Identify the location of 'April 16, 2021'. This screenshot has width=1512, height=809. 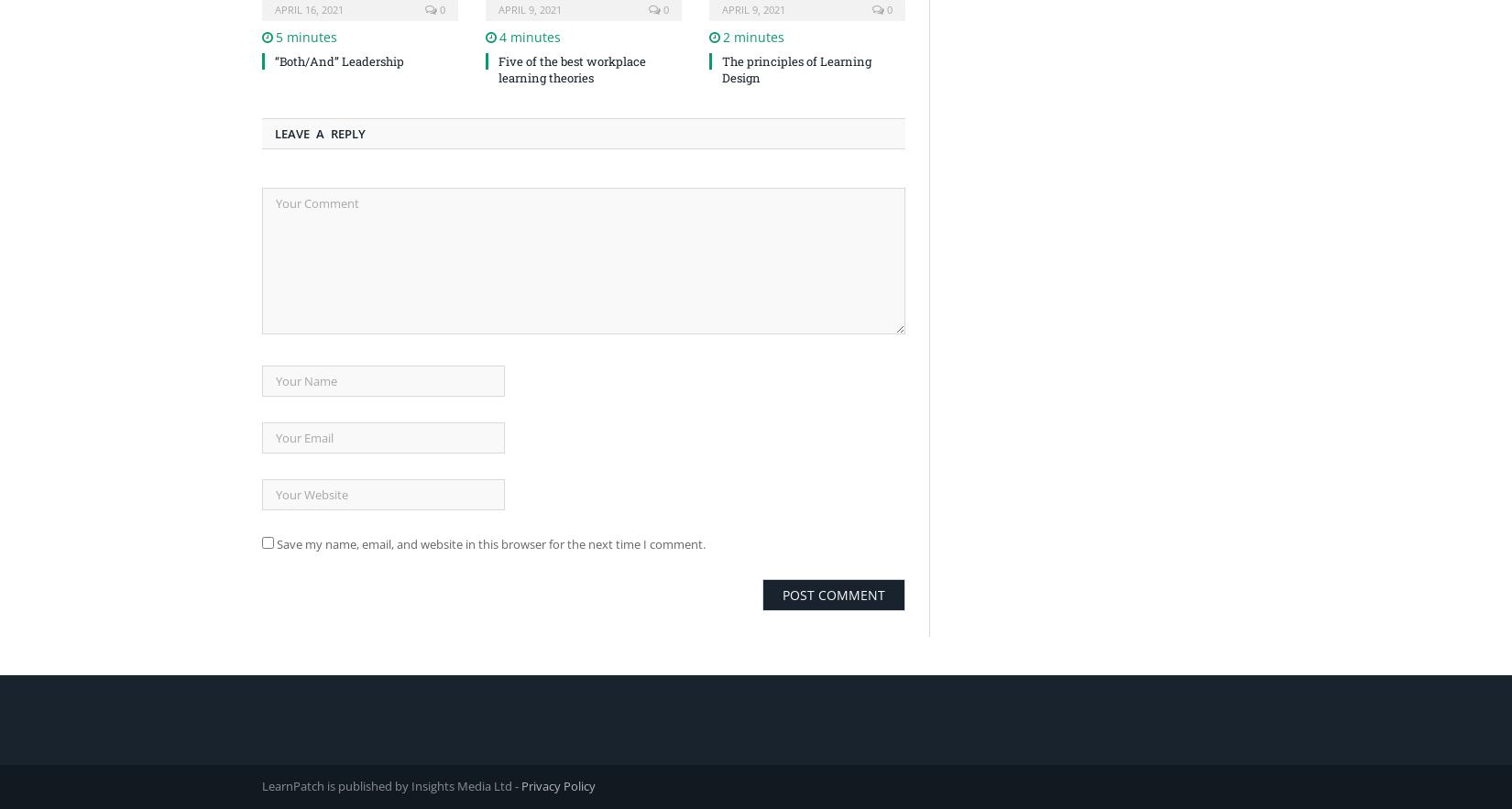
(309, 8).